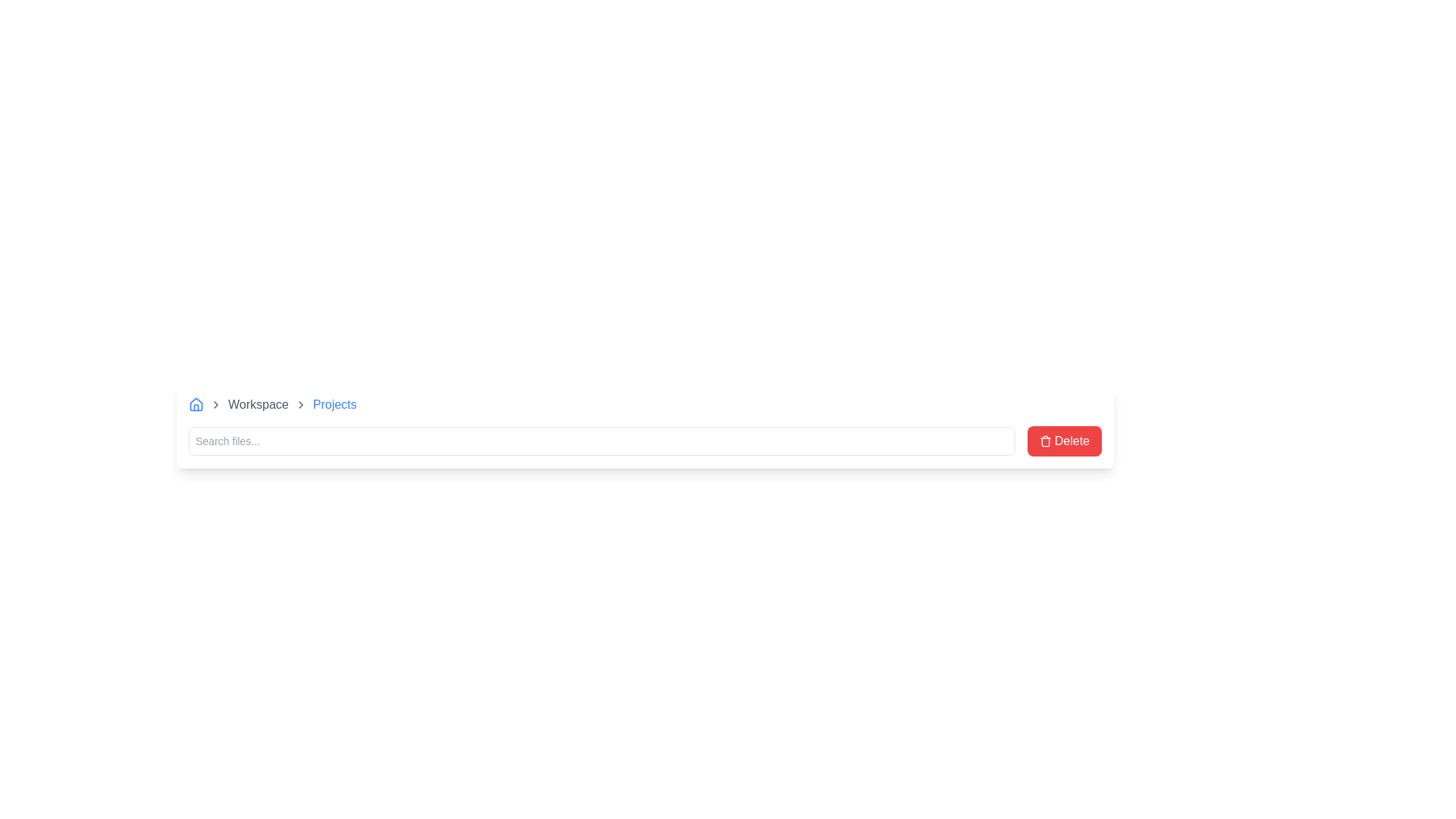  I want to click on the delete button located at the far right end of the bar layout, so click(1063, 441).